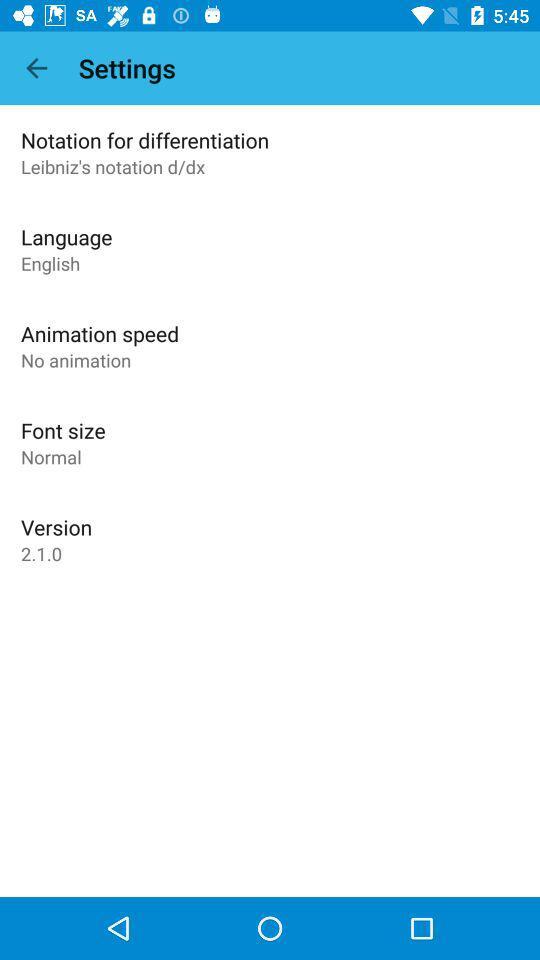 Image resolution: width=540 pixels, height=960 pixels. Describe the element at coordinates (51, 457) in the screenshot. I see `the app below font size` at that location.